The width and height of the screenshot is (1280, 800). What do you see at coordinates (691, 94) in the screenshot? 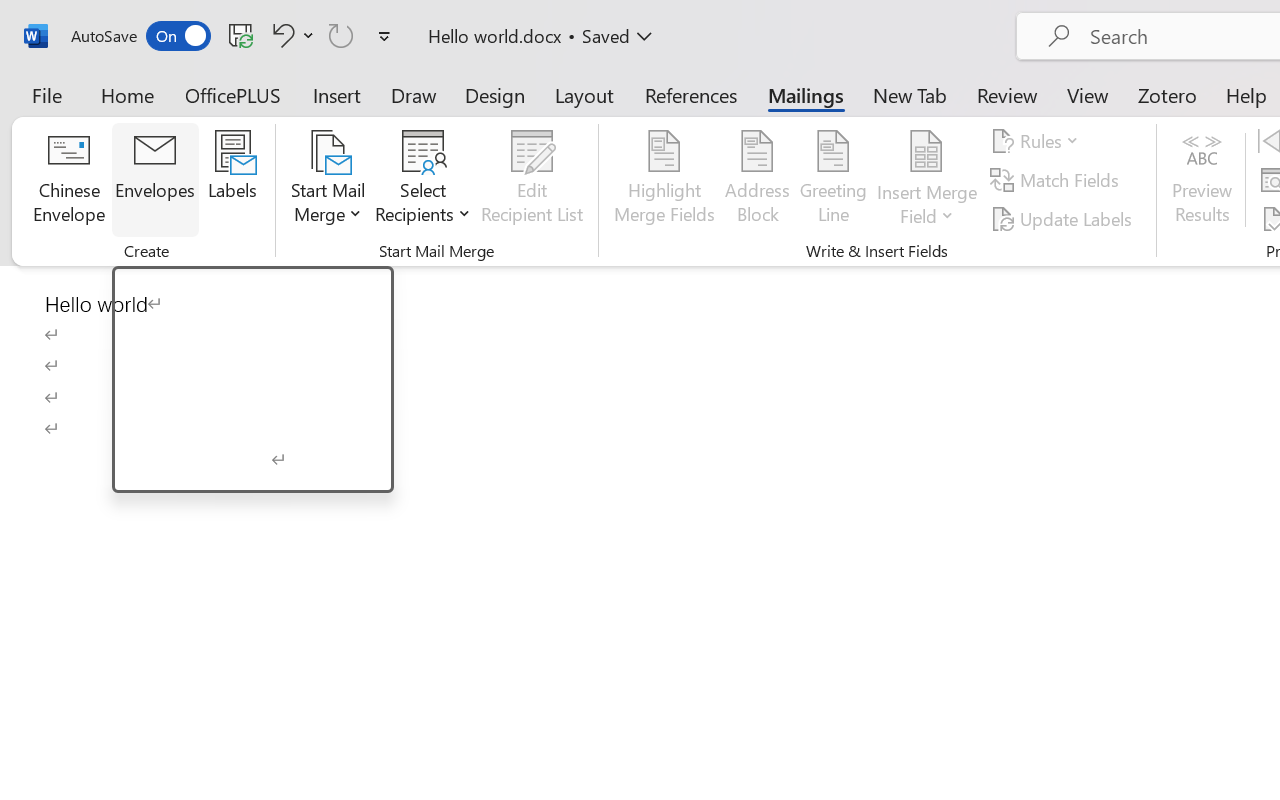
I see `'References'` at bounding box center [691, 94].